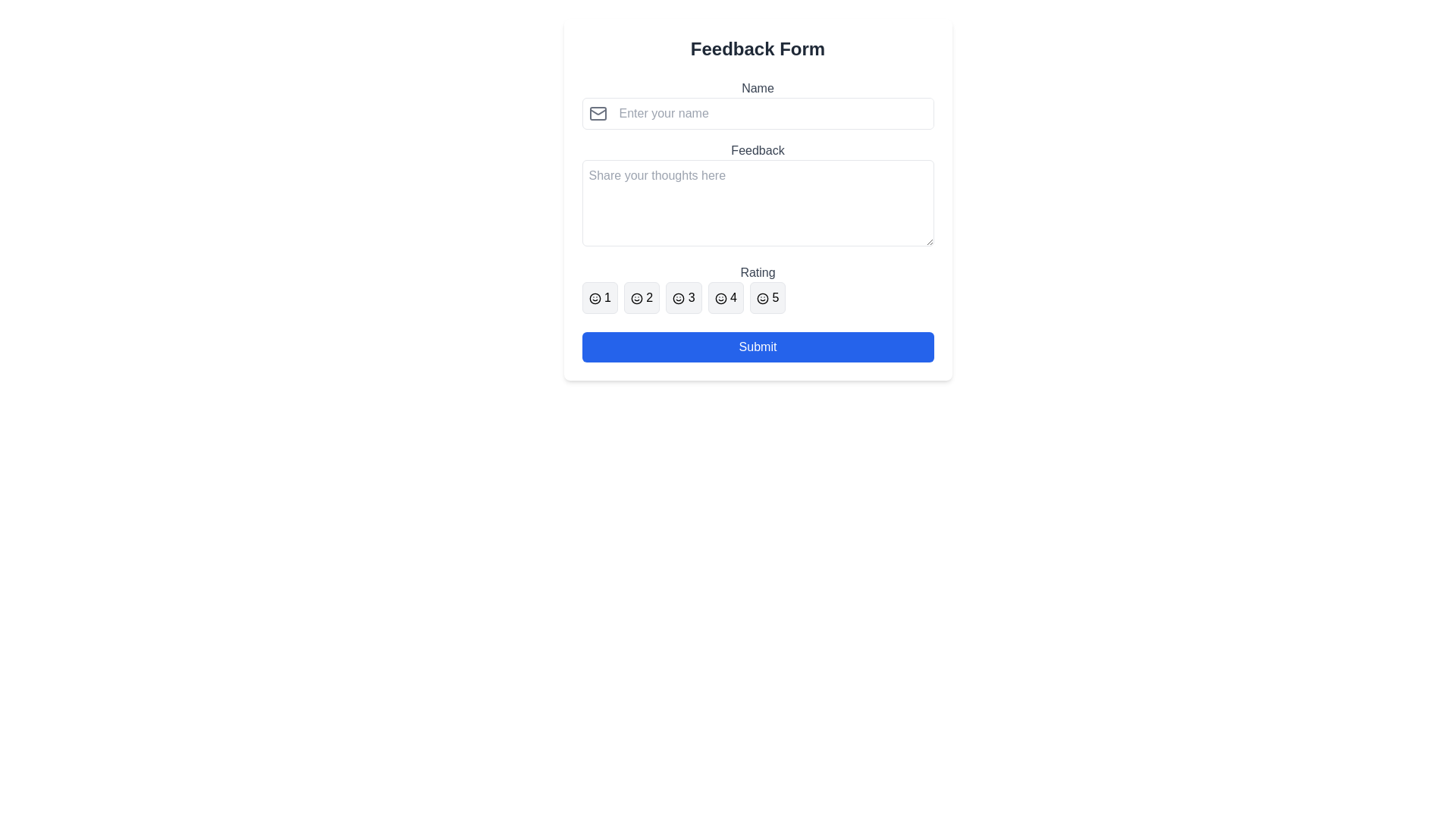 The height and width of the screenshot is (819, 1456). I want to click on the leftmost smiley face icon on the 'Rating' row in the feedback form, so click(594, 298).